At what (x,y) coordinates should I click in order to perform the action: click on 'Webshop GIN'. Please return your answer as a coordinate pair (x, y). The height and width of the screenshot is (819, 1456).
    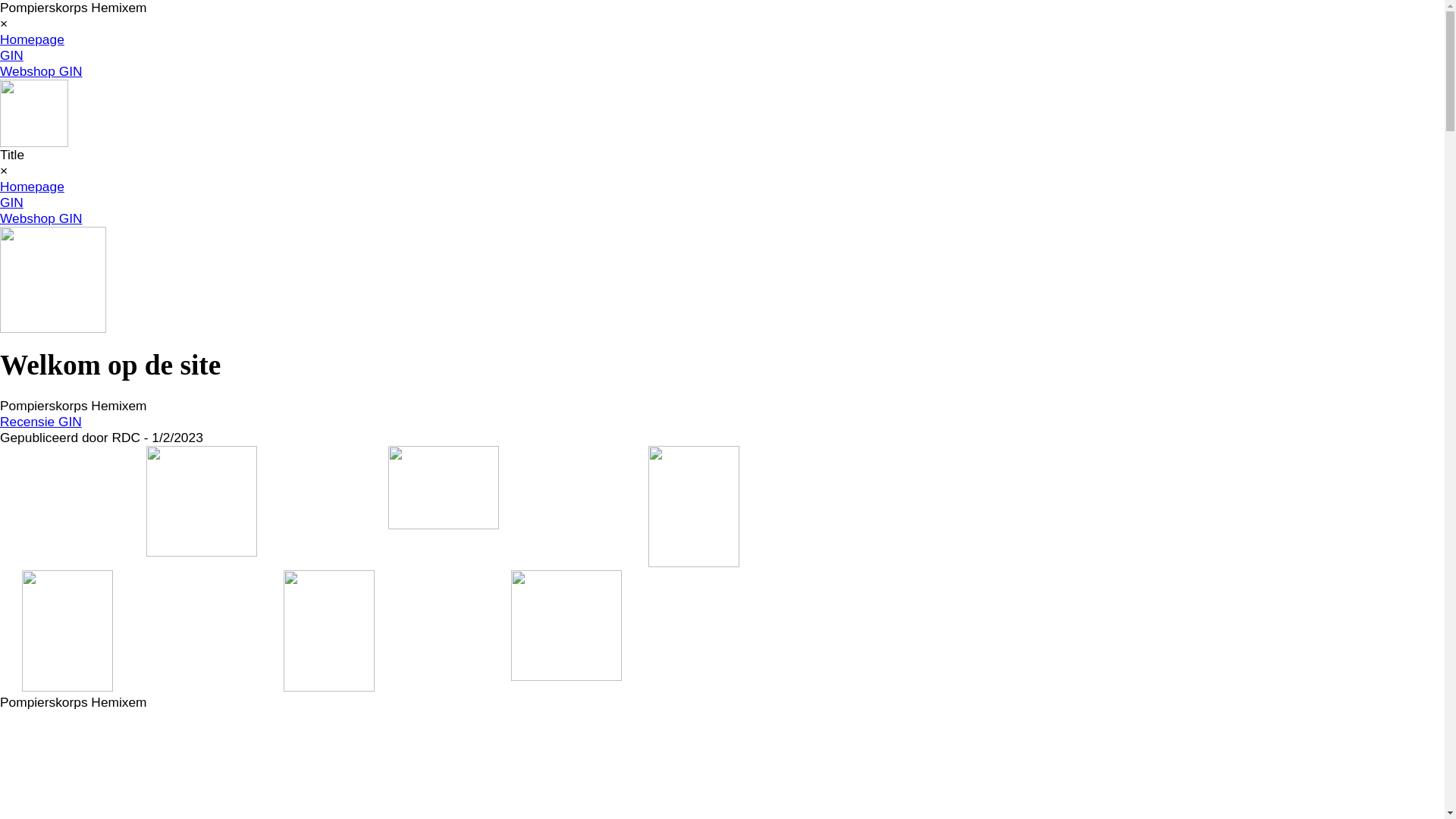
    Looking at the image, I should click on (41, 218).